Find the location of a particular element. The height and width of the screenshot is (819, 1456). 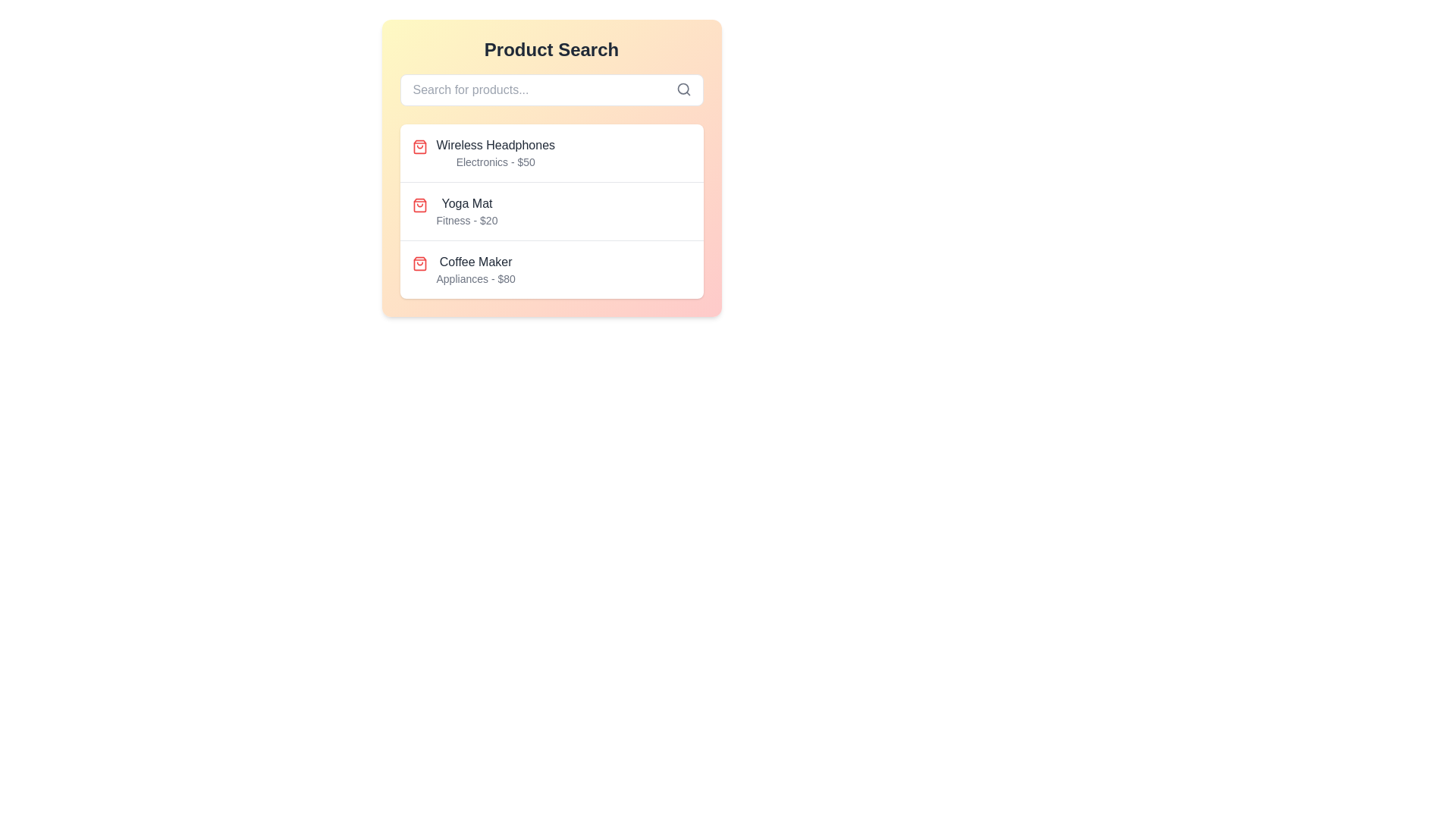

the first selectable item in the product list, which is positioned above 'Yoga Mat' and 'Coffee Maker' is located at coordinates (551, 152).